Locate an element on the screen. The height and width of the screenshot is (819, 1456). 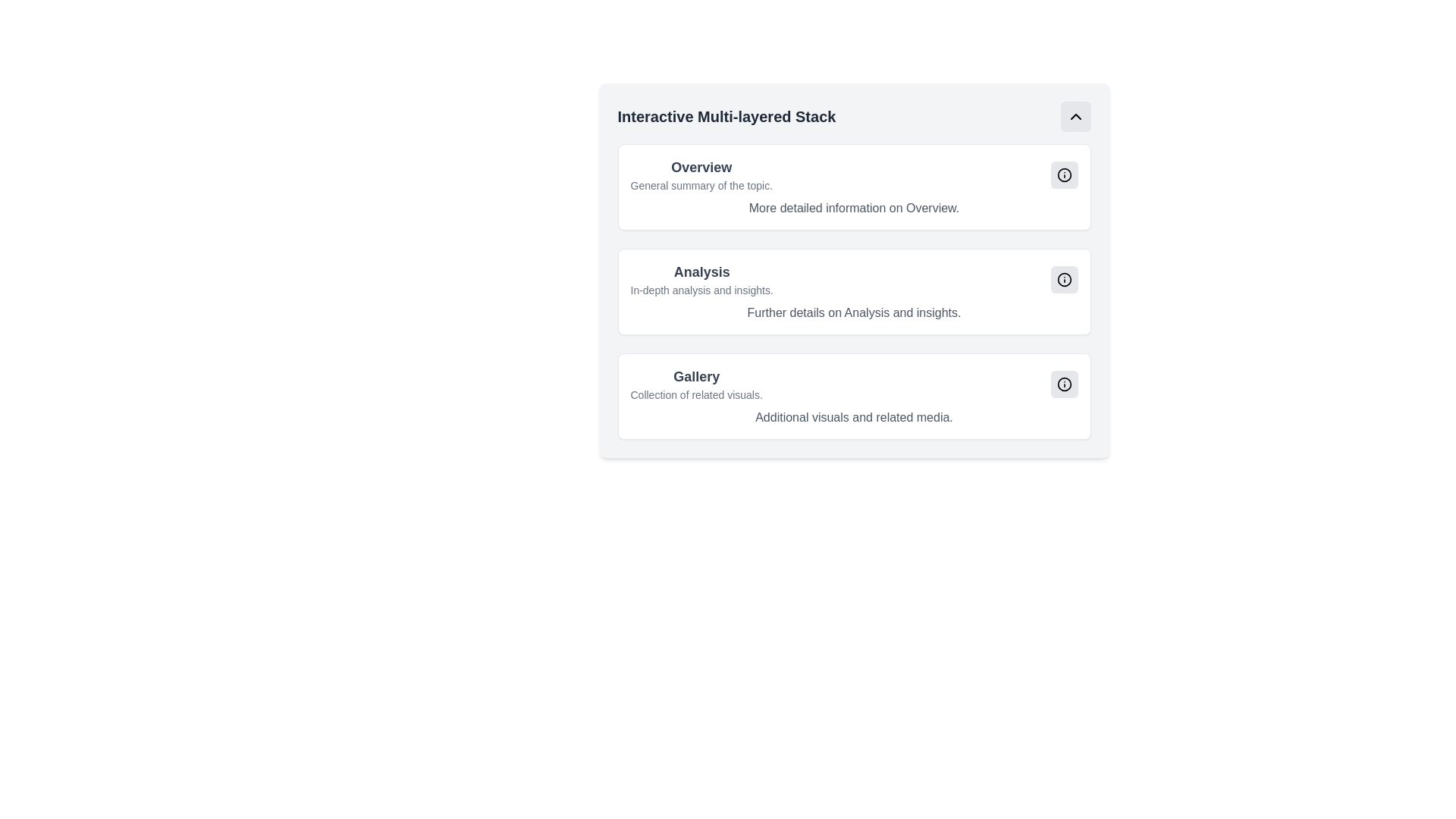
the Text label located in the 'Overview' section, which provides additional descriptive information and is positioned immediately below a general summary text is located at coordinates (854, 208).